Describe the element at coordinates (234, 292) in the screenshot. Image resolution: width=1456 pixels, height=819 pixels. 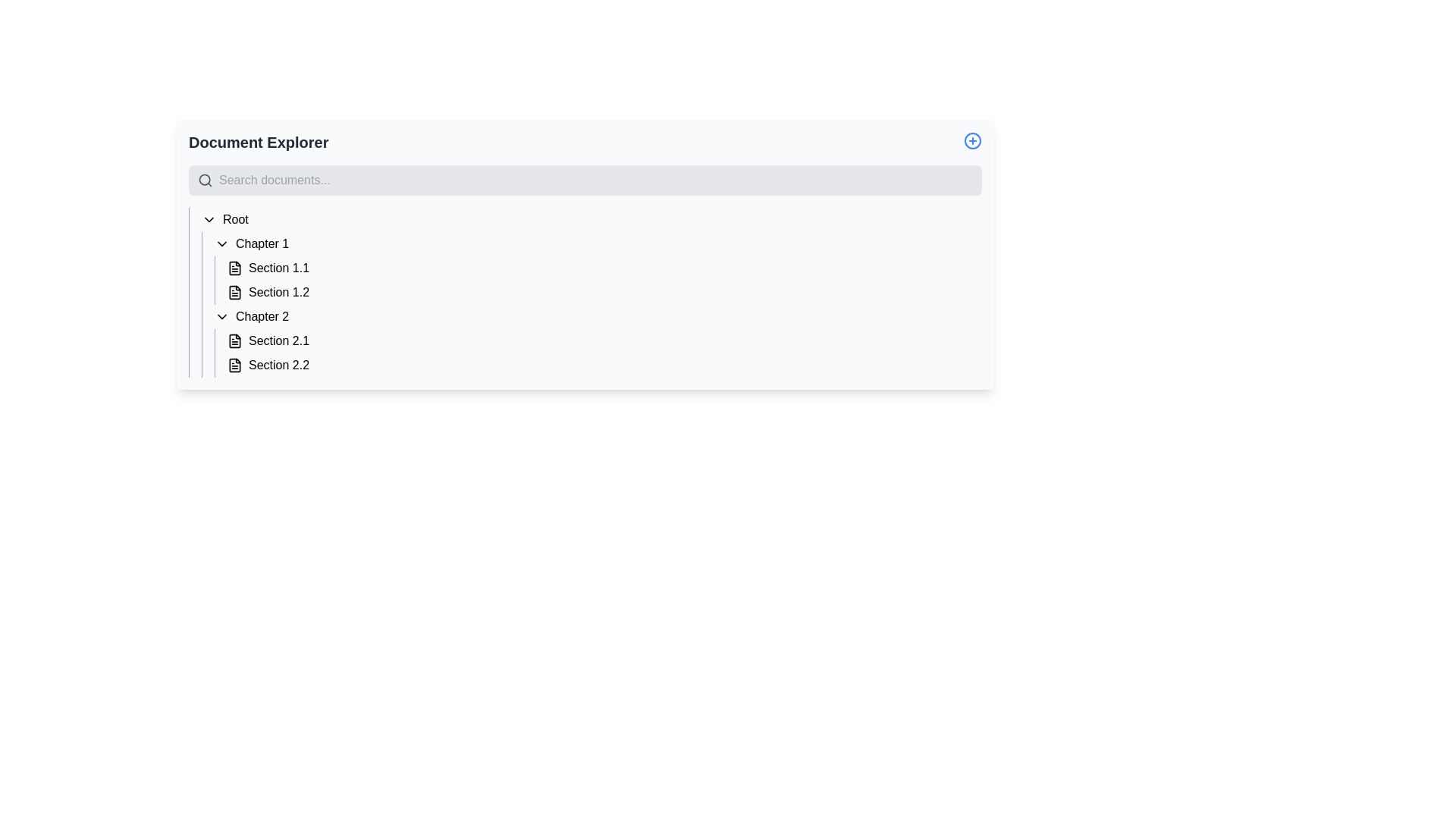
I see `the document icon representing 'Section 1.2' in the document explorer` at that location.